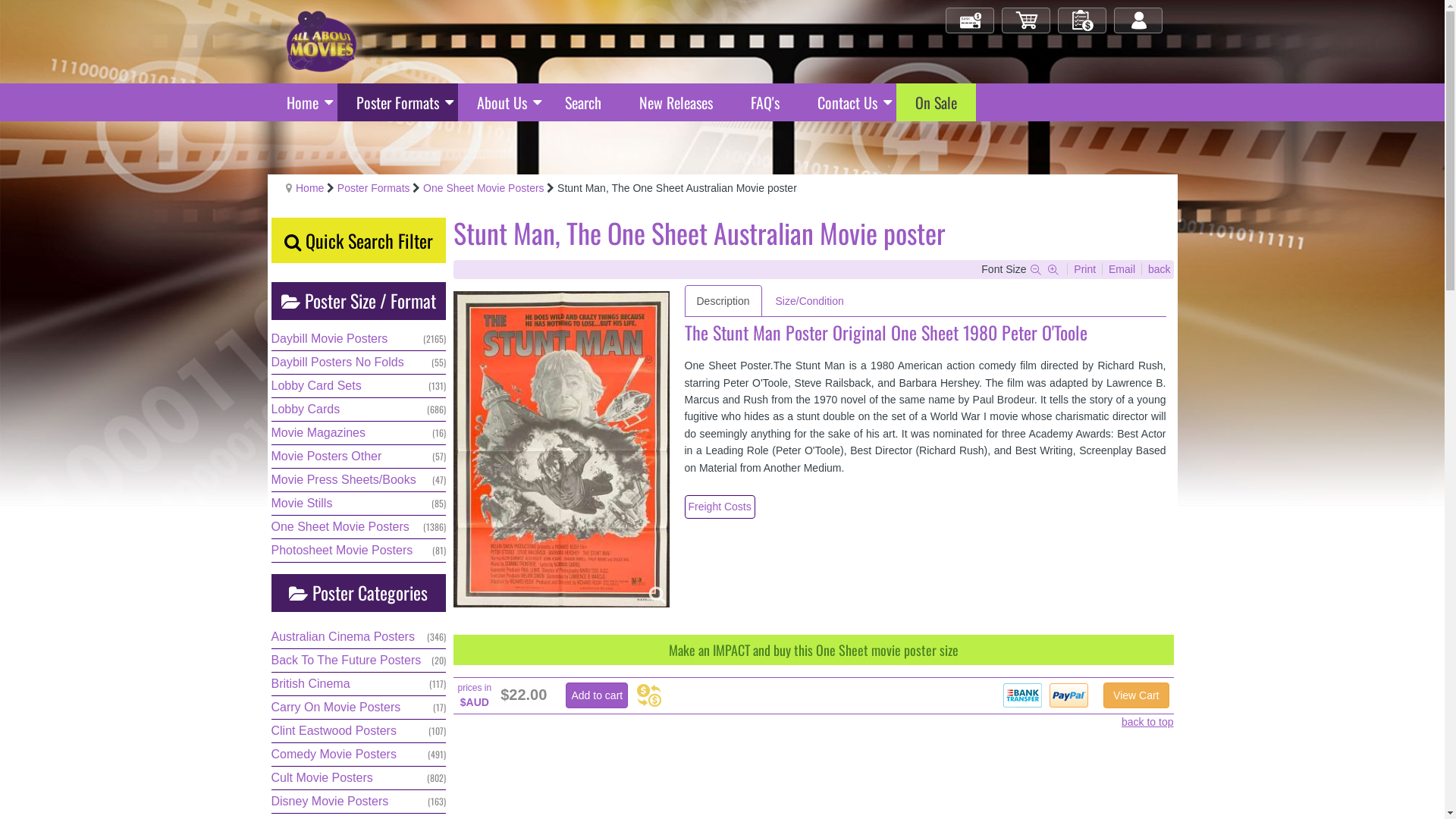 The width and height of the screenshot is (1456, 819). I want to click on 'My Orders', so click(1081, 20).